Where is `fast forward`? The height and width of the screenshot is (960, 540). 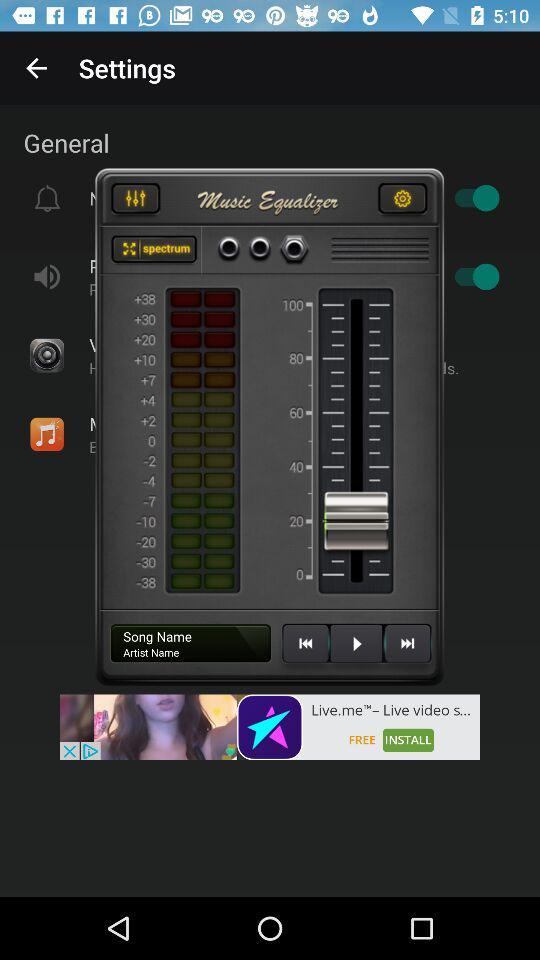 fast forward is located at coordinates (406, 650).